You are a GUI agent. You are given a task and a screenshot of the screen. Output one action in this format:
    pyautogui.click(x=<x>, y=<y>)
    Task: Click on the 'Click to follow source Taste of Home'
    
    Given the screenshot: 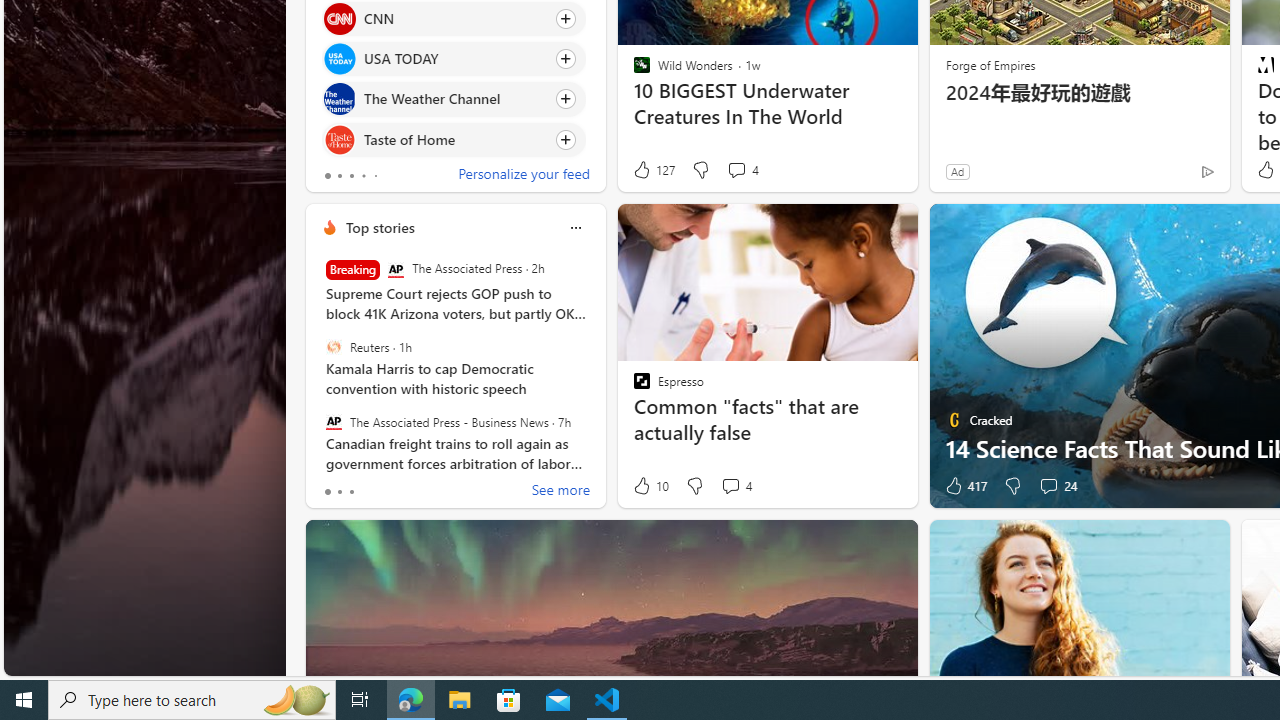 What is the action you would take?
    pyautogui.click(x=452, y=138)
    